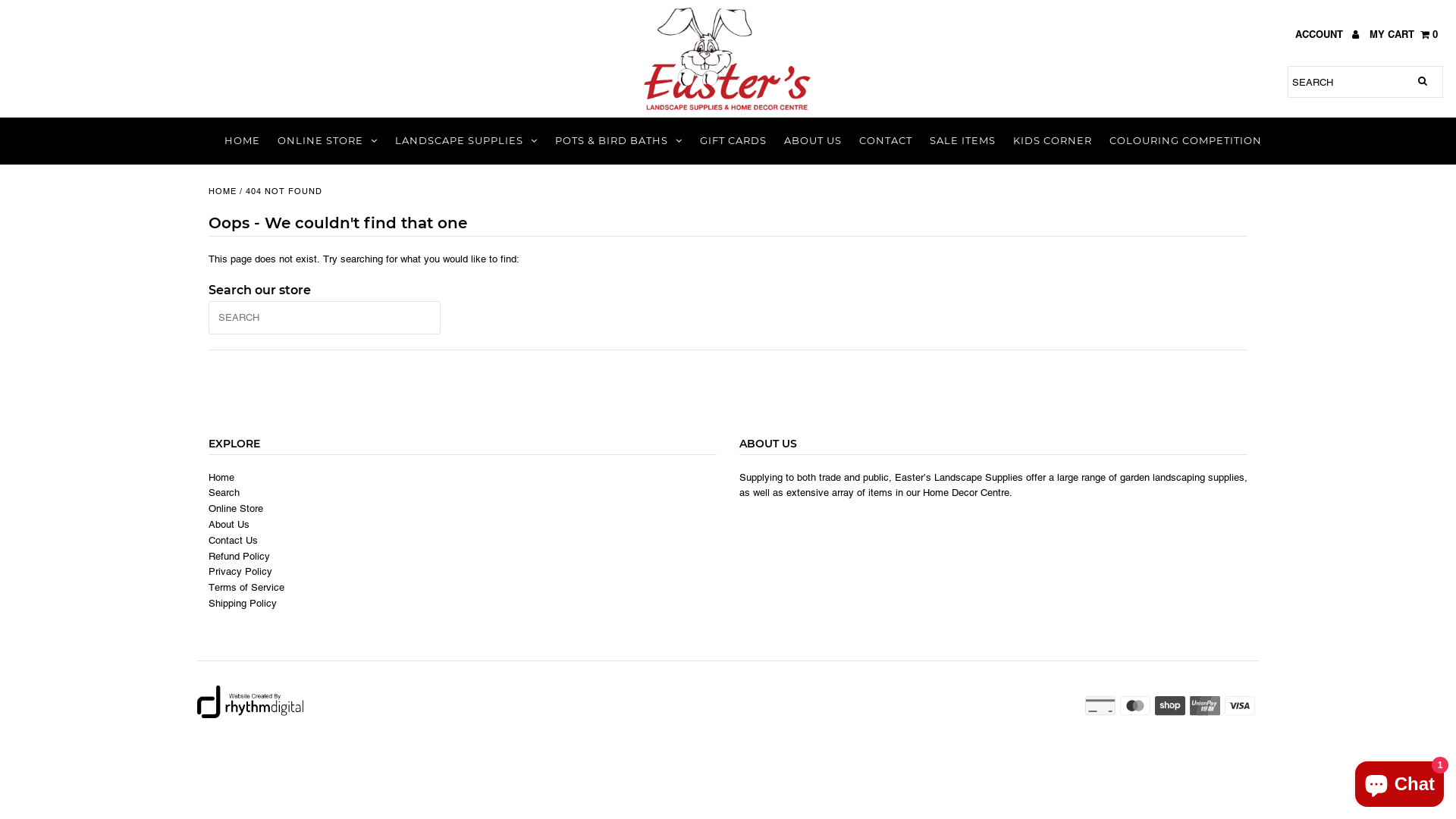  Describe the element at coordinates (962, 140) in the screenshot. I see `'SALE ITEMS'` at that location.